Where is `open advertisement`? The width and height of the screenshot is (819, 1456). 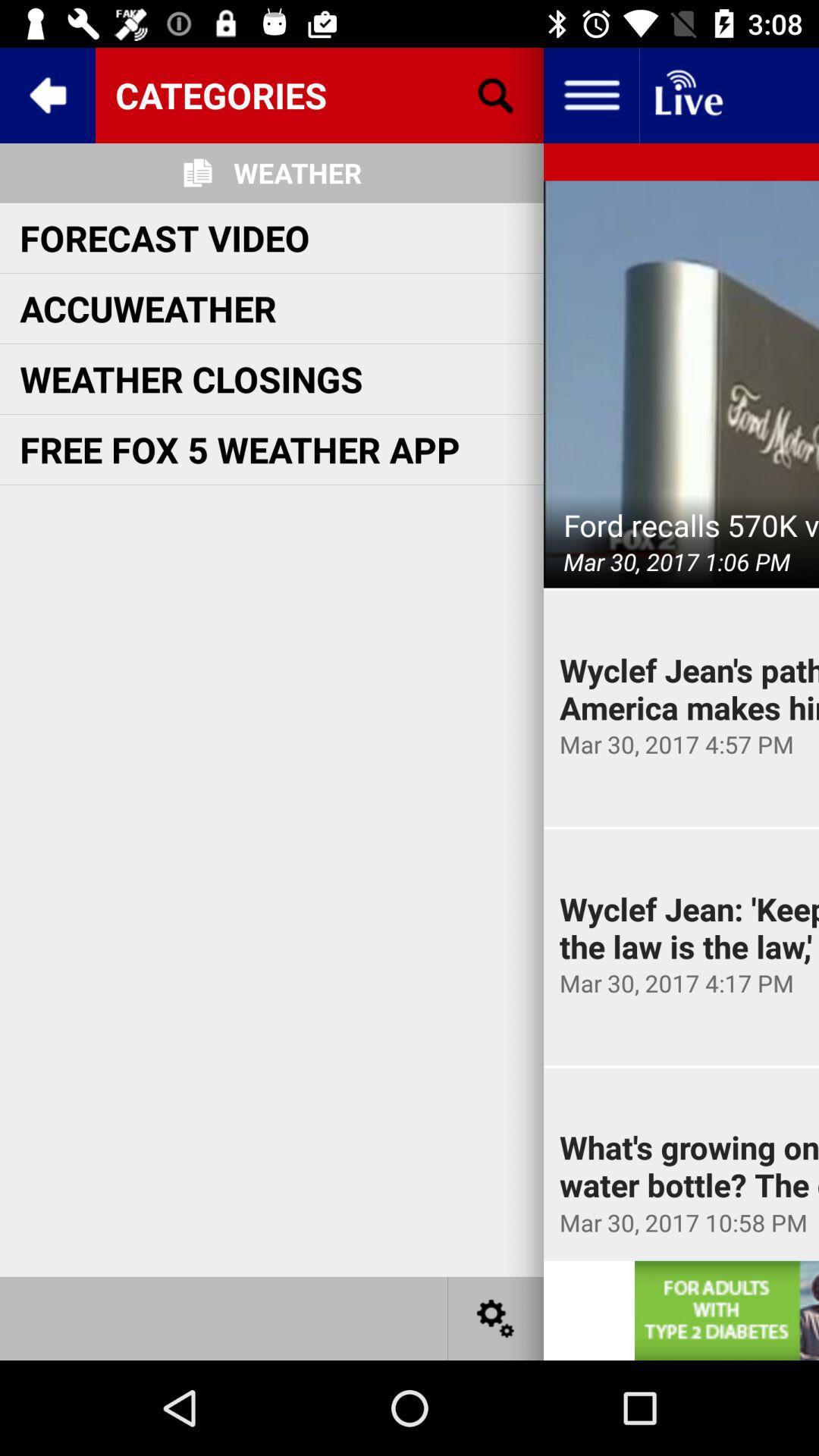 open advertisement is located at coordinates (726, 1310).